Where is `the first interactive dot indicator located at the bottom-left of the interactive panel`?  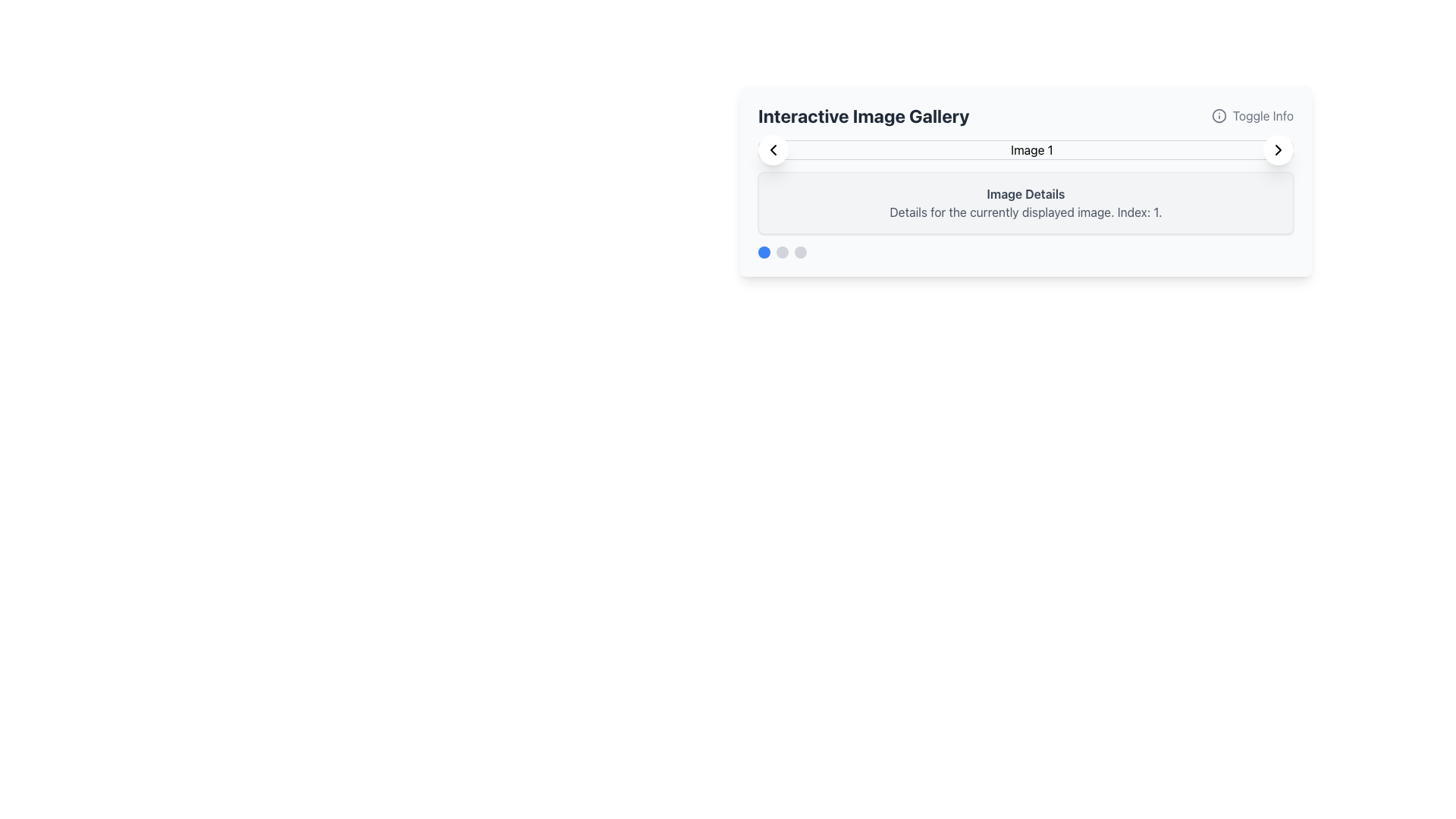 the first interactive dot indicator located at the bottom-left of the interactive panel is located at coordinates (764, 251).